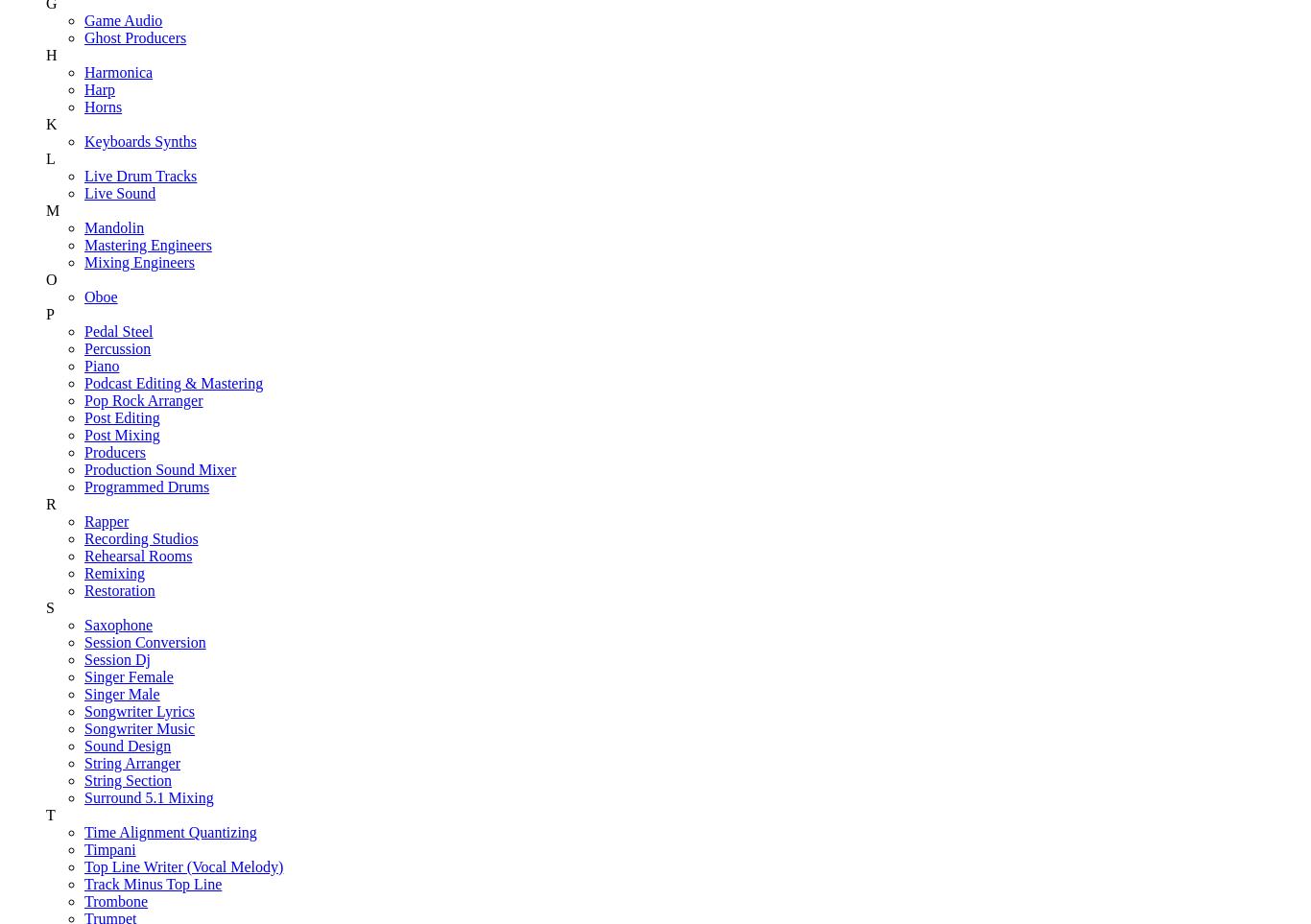 Image resolution: width=1311 pixels, height=924 pixels. What do you see at coordinates (145, 486) in the screenshot?
I see `'Programmed Drums'` at bounding box center [145, 486].